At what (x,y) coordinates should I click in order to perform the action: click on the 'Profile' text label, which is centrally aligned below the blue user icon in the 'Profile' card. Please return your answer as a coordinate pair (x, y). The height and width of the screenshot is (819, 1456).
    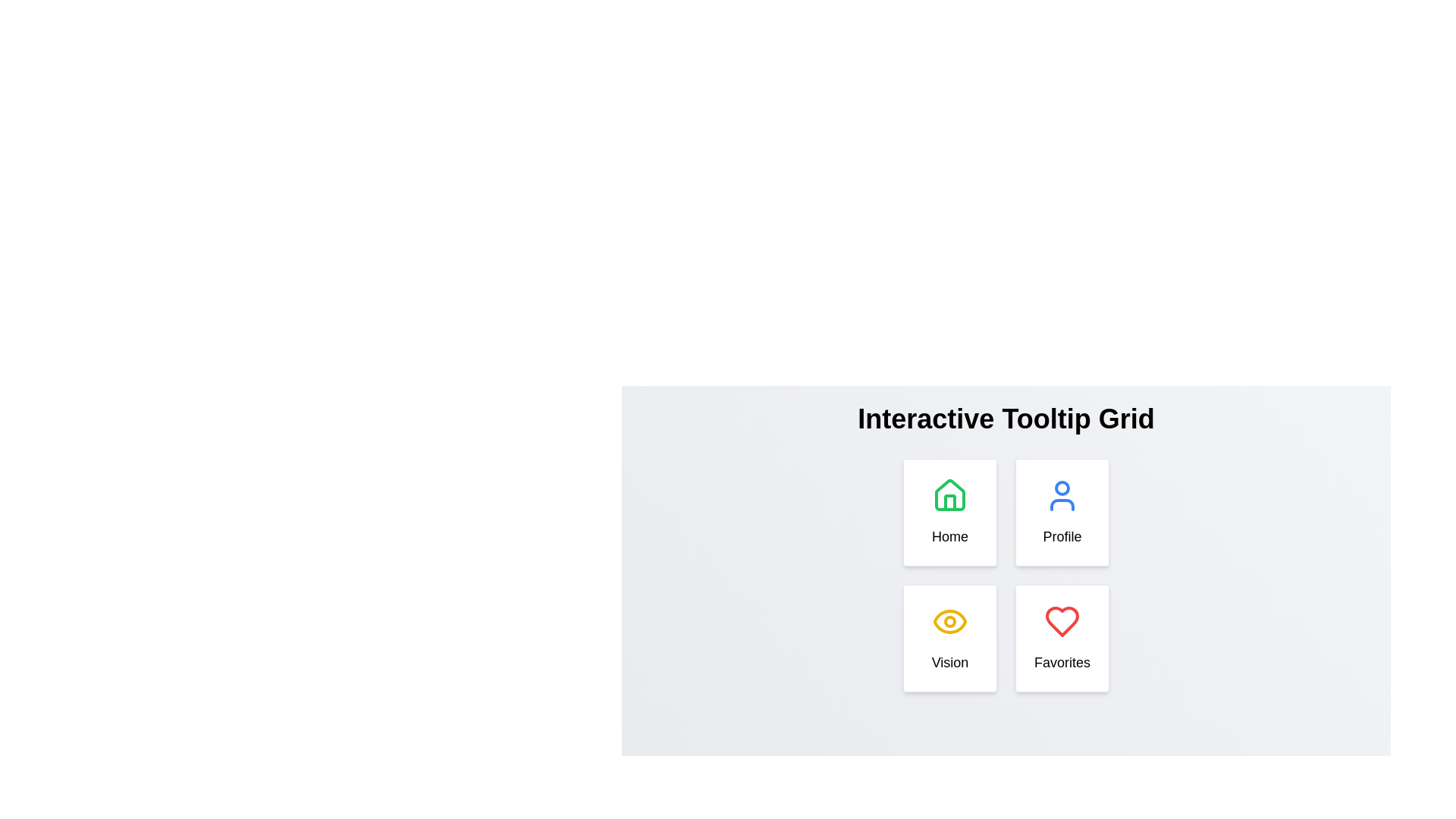
    Looking at the image, I should click on (1062, 536).